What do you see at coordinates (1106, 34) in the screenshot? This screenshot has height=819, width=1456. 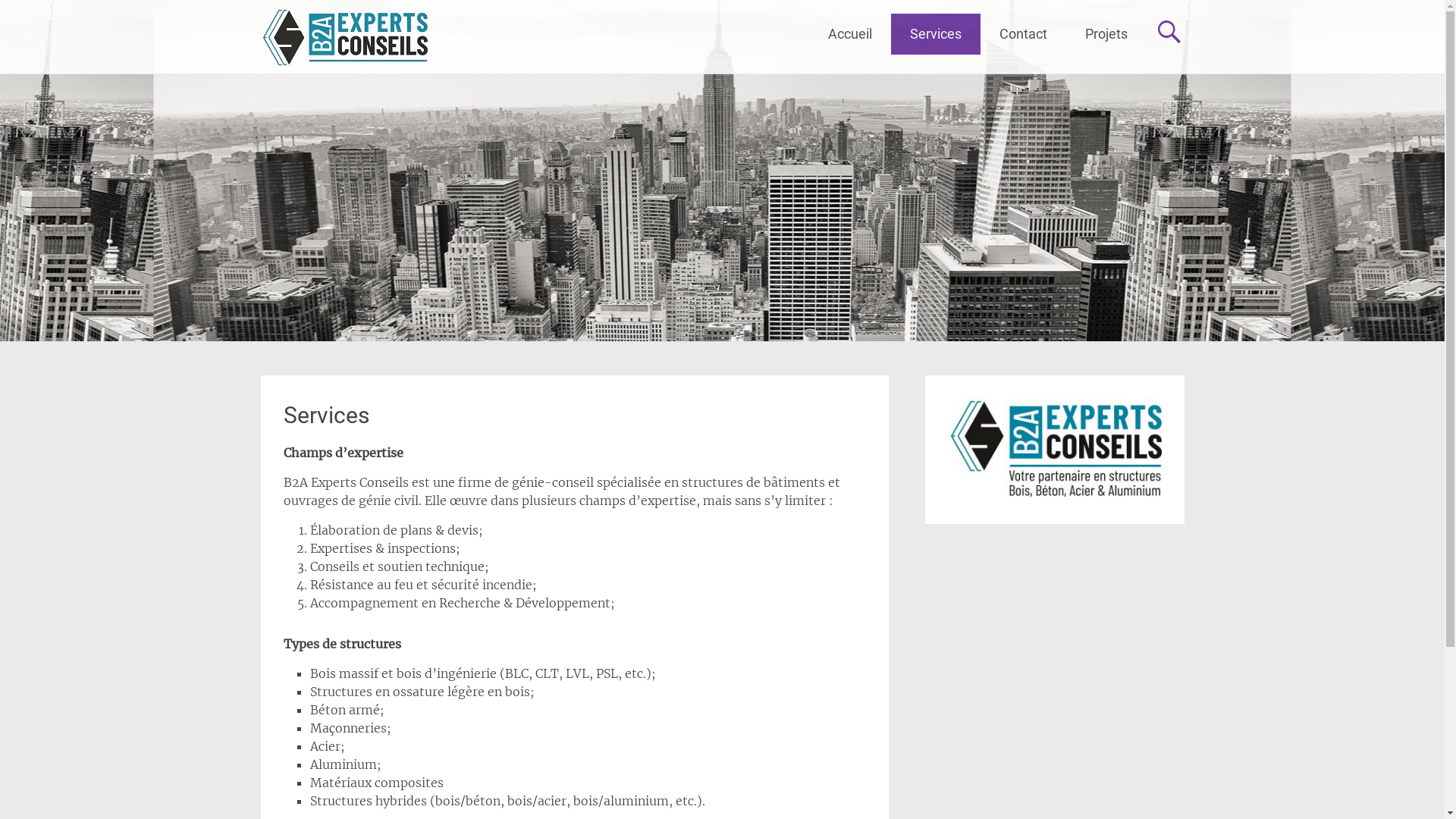 I see `'Projets'` at bounding box center [1106, 34].